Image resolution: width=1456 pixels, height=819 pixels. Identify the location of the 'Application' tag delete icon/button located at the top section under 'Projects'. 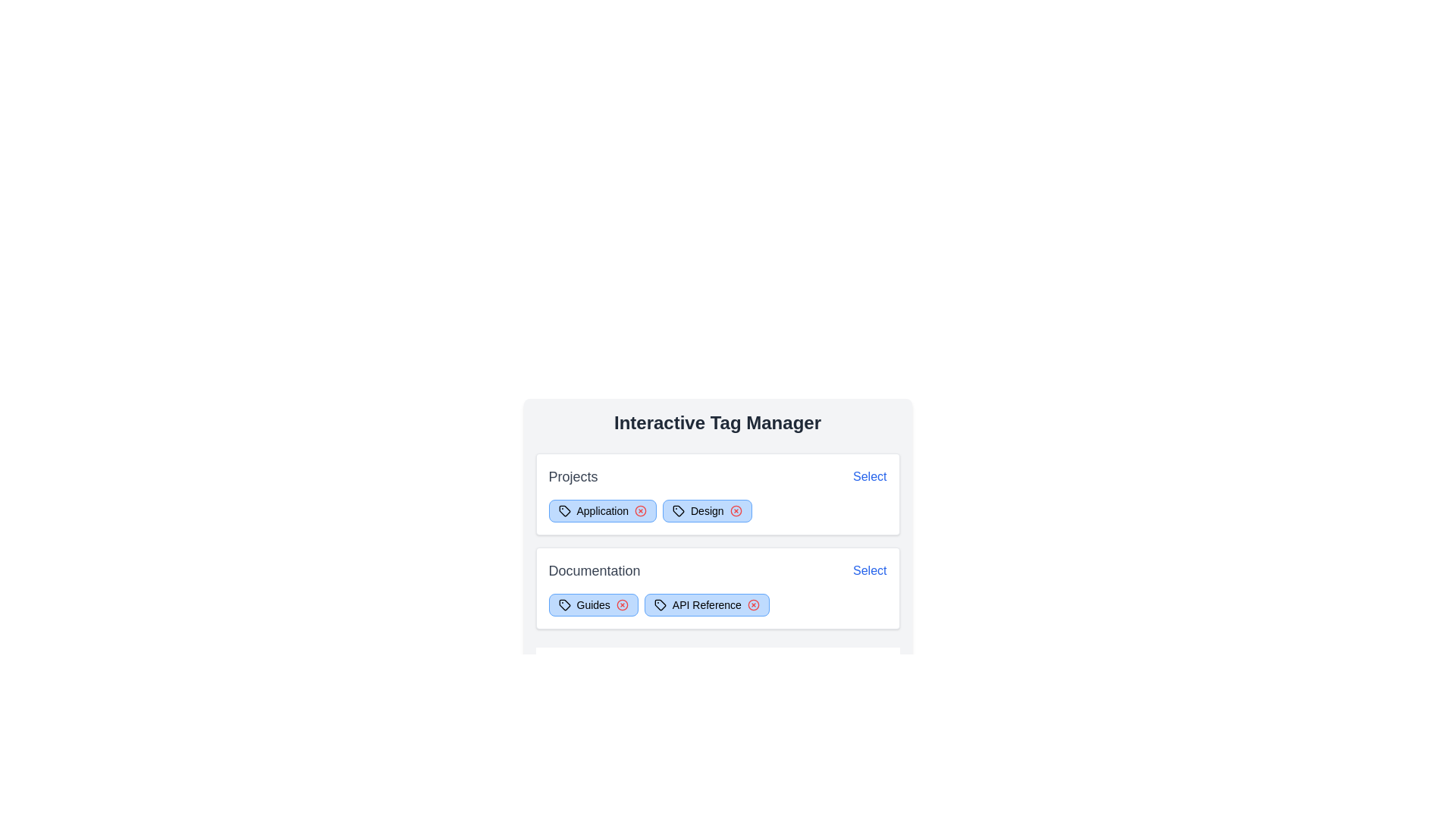
(640, 511).